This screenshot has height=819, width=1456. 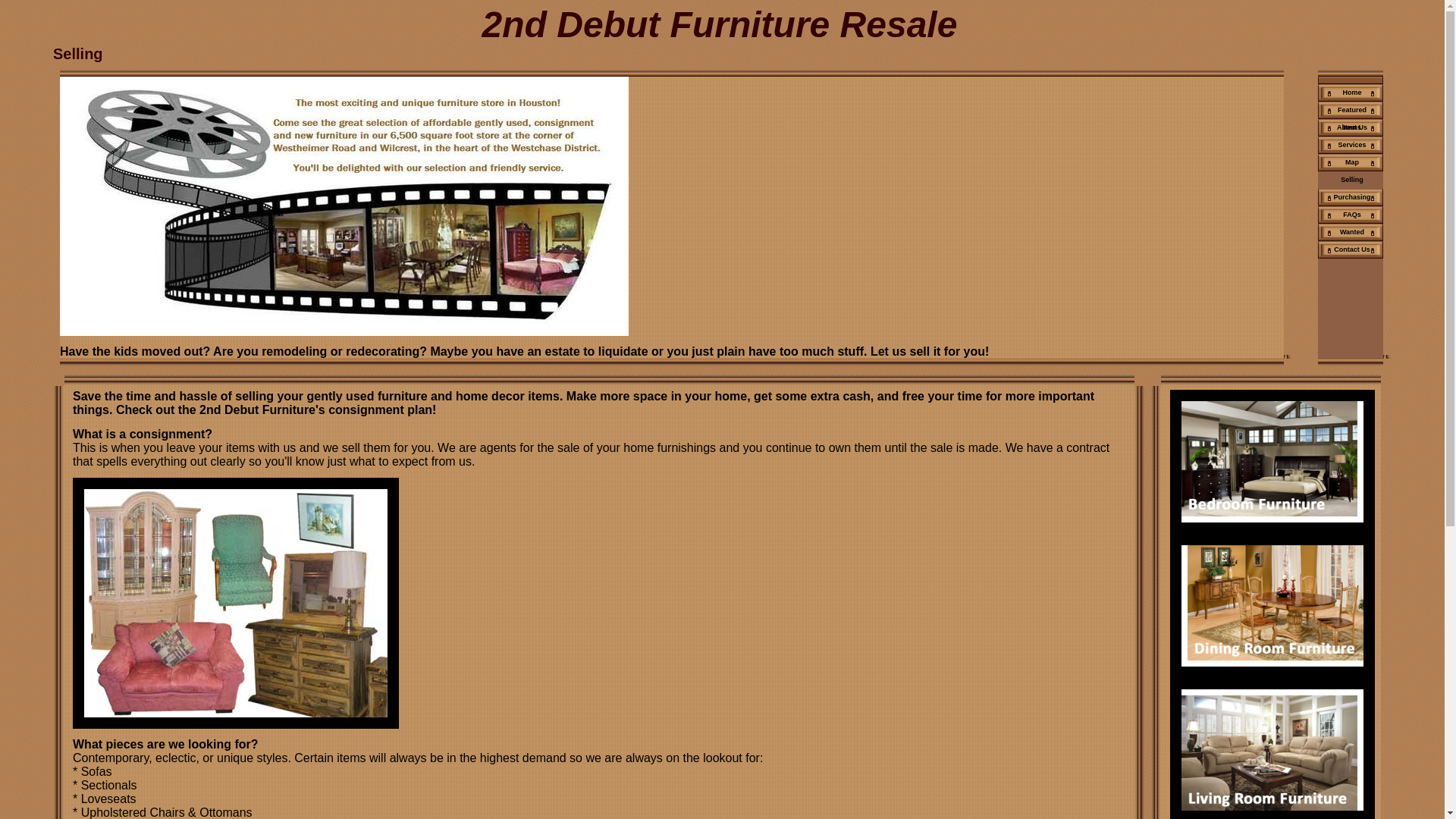 I want to click on 'Purchasing', so click(x=1316, y=196).